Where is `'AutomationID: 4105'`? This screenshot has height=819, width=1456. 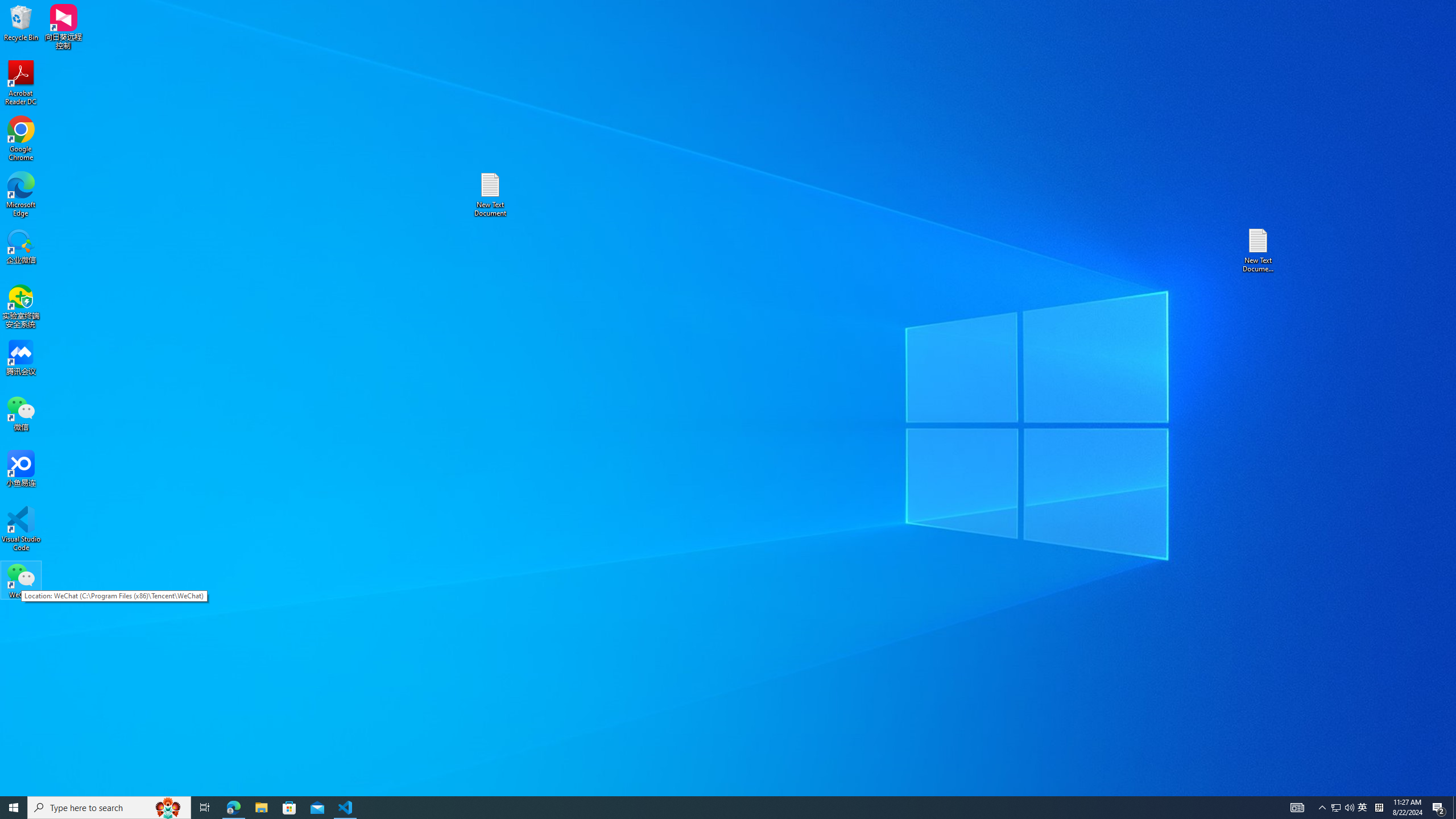
'AutomationID: 4105' is located at coordinates (1296, 806).